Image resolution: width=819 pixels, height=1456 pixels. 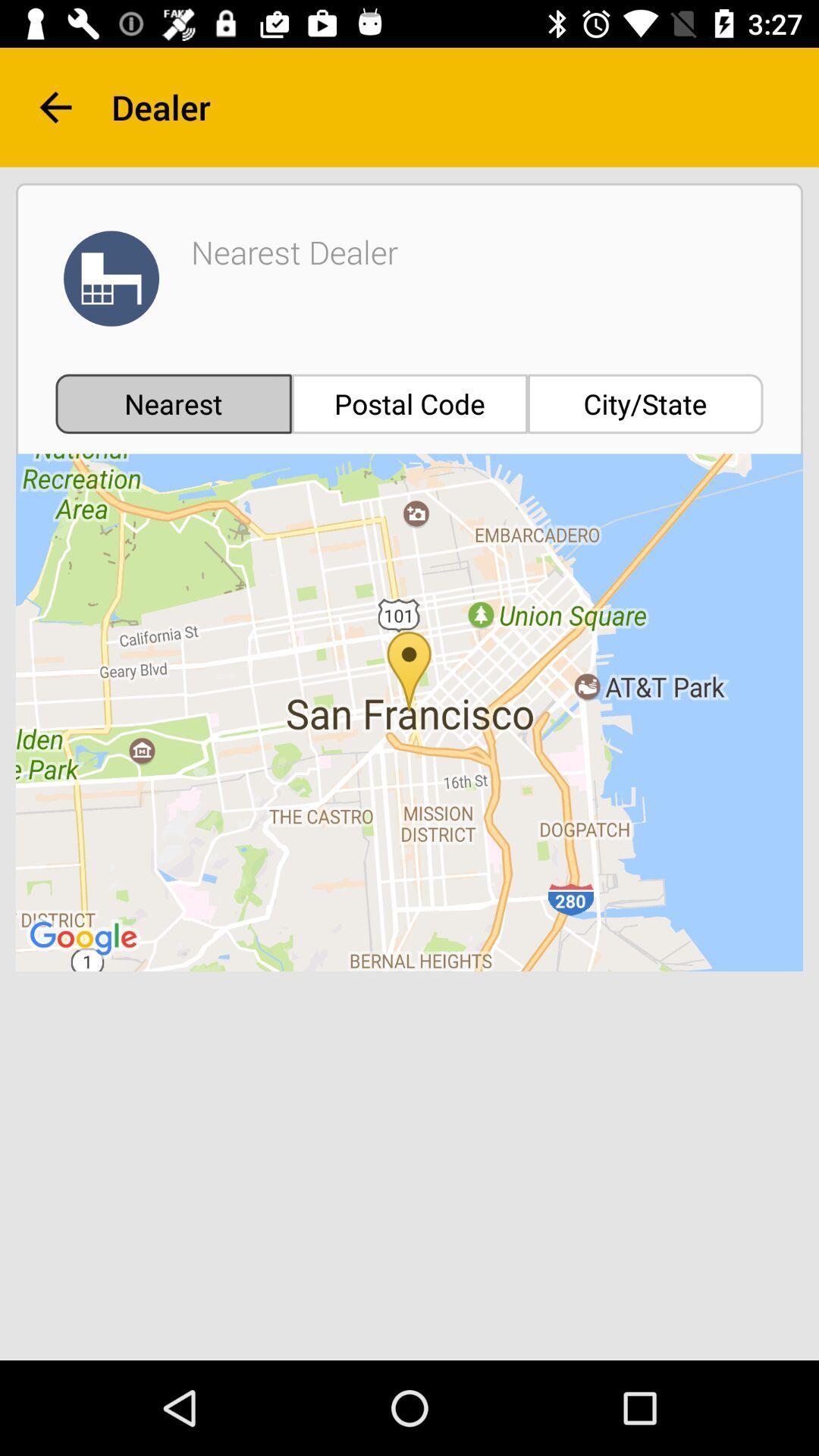 What do you see at coordinates (409, 403) in the screenshot?
I see `the postal code icon` at bounding box center [409, 403].